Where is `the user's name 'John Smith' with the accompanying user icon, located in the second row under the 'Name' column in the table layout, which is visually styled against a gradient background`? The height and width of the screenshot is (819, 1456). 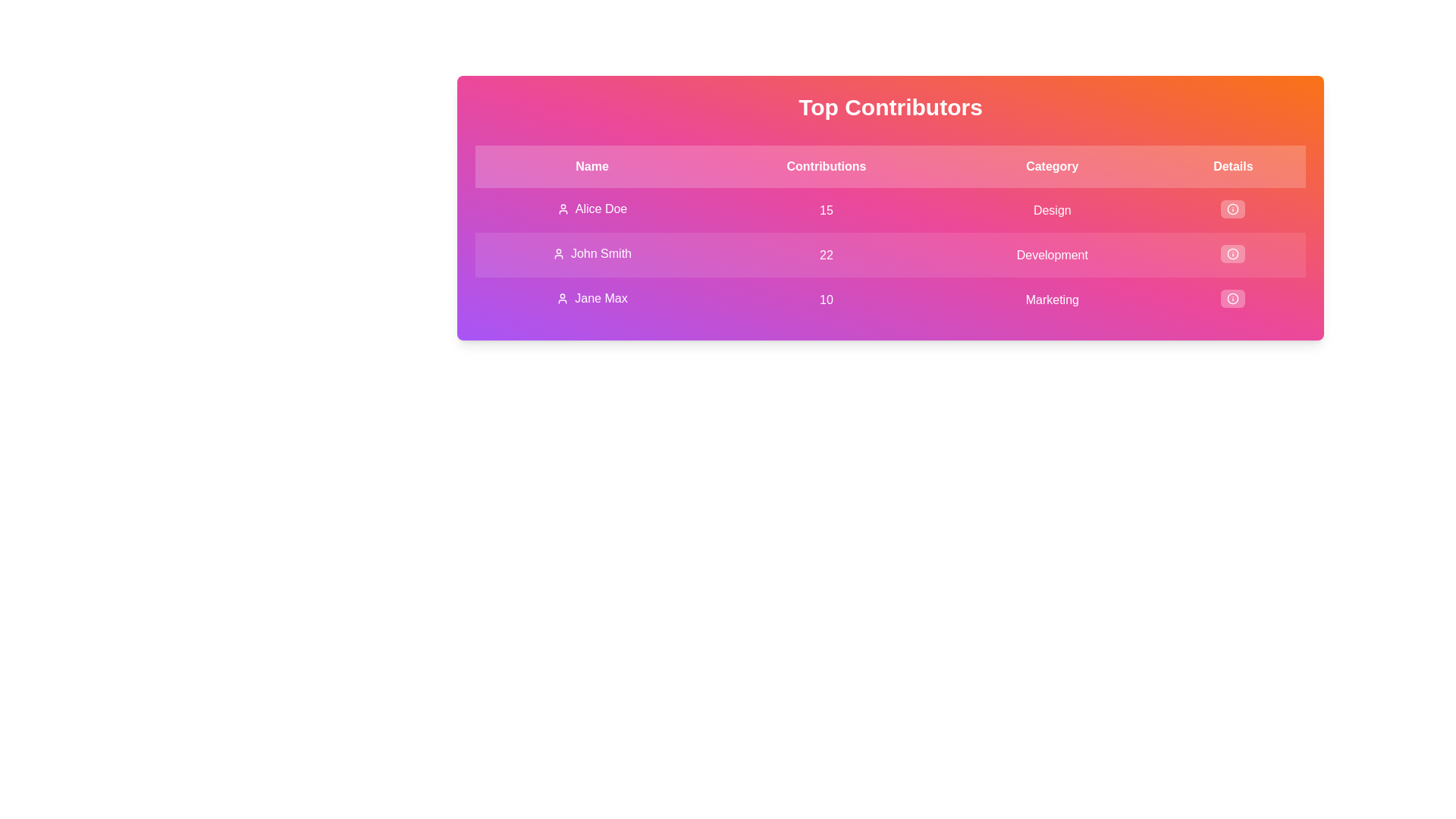
the user's name 'John Smith' with the accompanying user icon, located in the second row under the 'Name' column in the table layout, which is visually styled against a gradient background is located at coordinates (591, 253).